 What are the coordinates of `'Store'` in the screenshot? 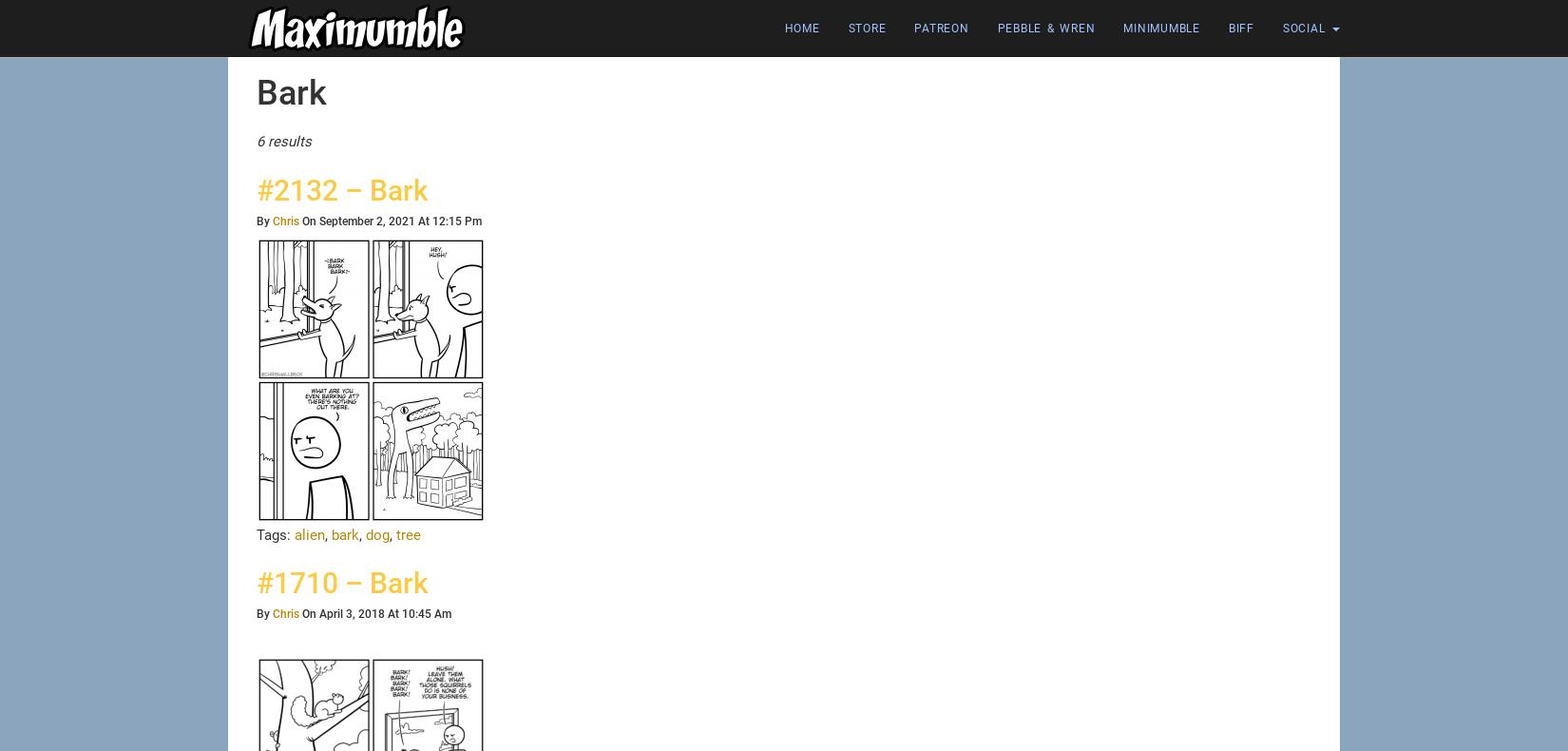 It's located at (866, 28).